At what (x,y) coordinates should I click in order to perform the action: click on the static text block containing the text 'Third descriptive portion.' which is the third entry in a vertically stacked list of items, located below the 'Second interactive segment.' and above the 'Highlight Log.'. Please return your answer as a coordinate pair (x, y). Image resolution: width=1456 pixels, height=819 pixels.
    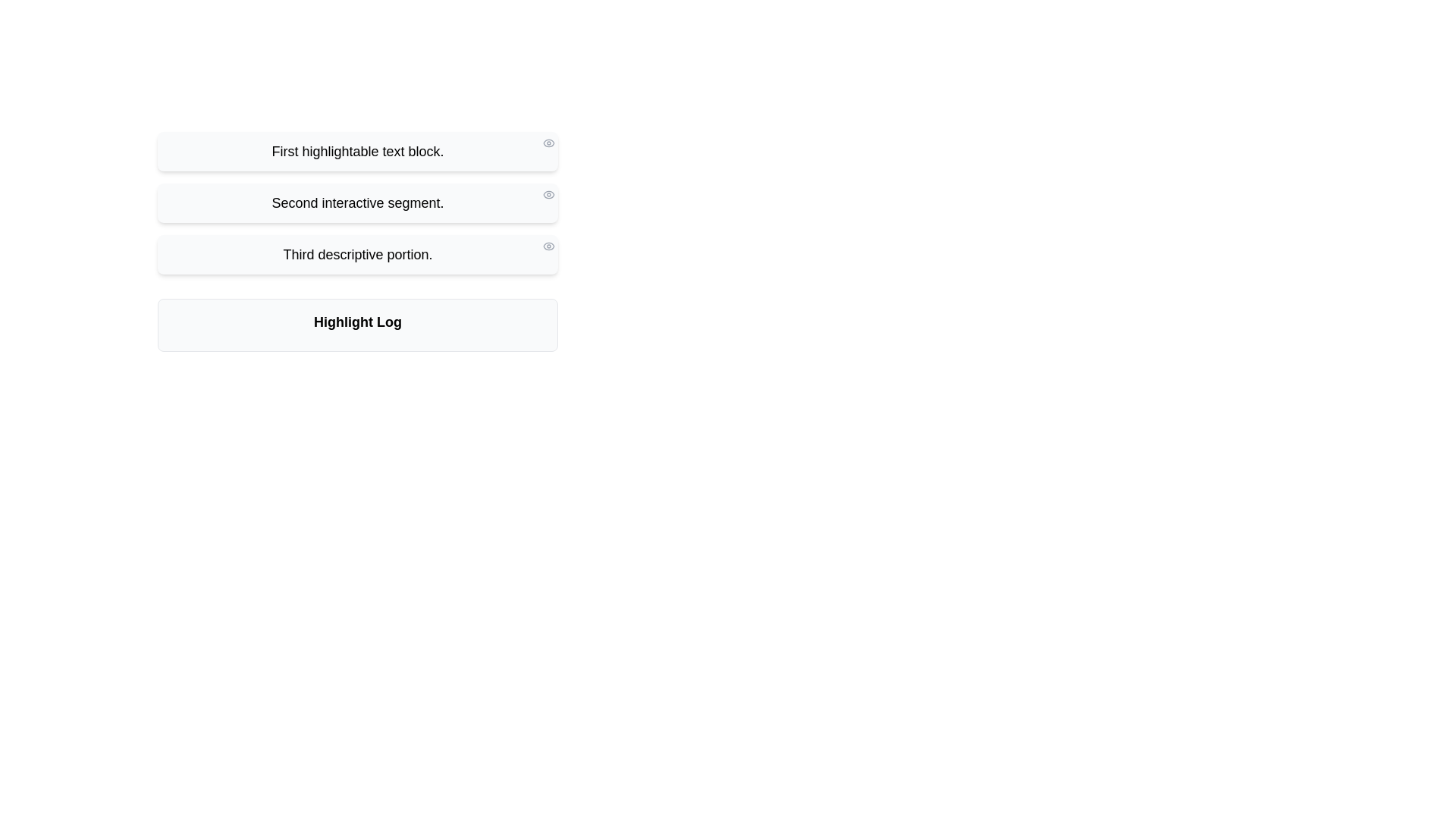
    Looking at the image, I should click on (356, 253).